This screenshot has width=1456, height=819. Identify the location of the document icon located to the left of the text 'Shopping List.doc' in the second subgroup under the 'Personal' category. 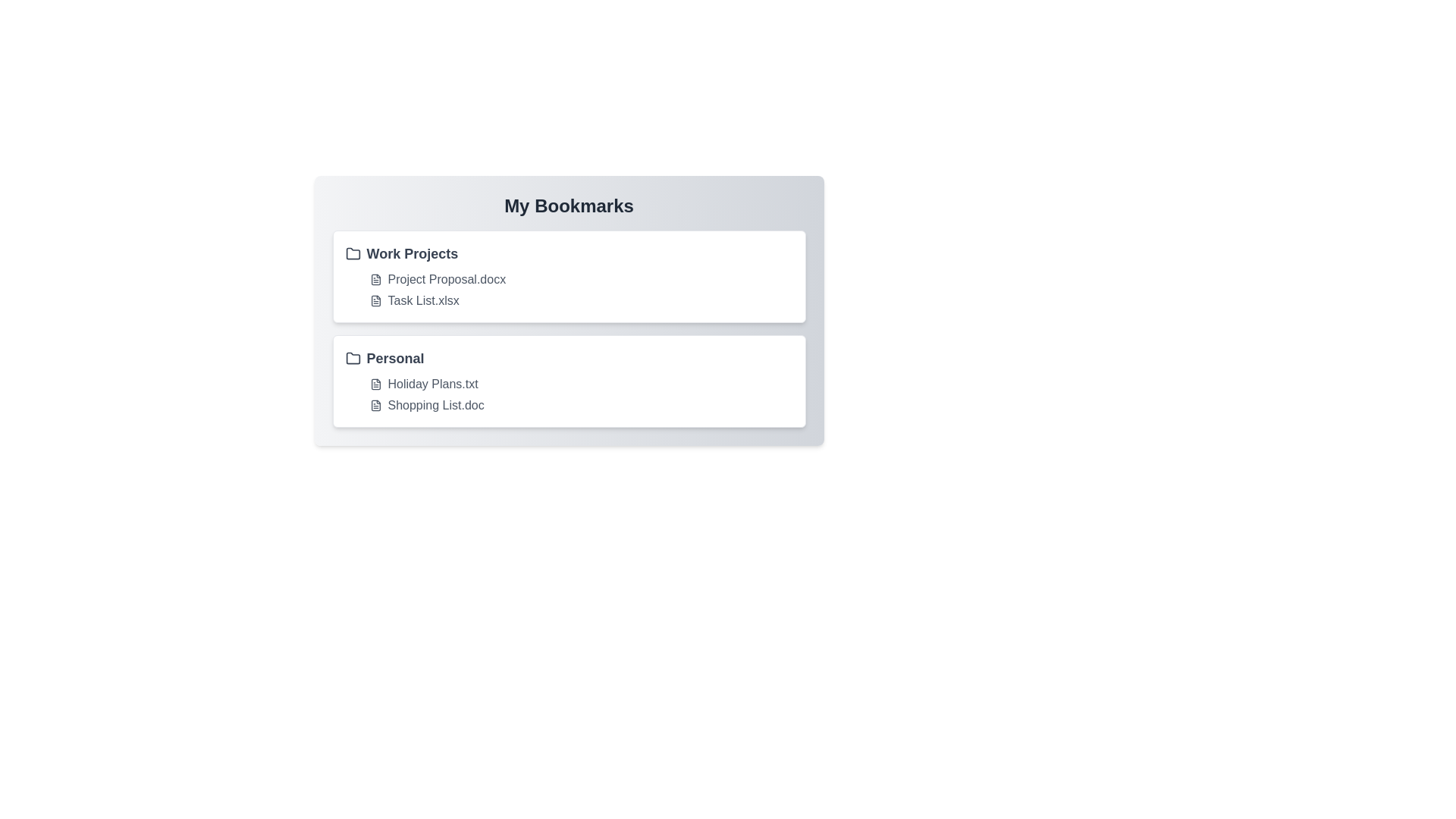
(375, 405).